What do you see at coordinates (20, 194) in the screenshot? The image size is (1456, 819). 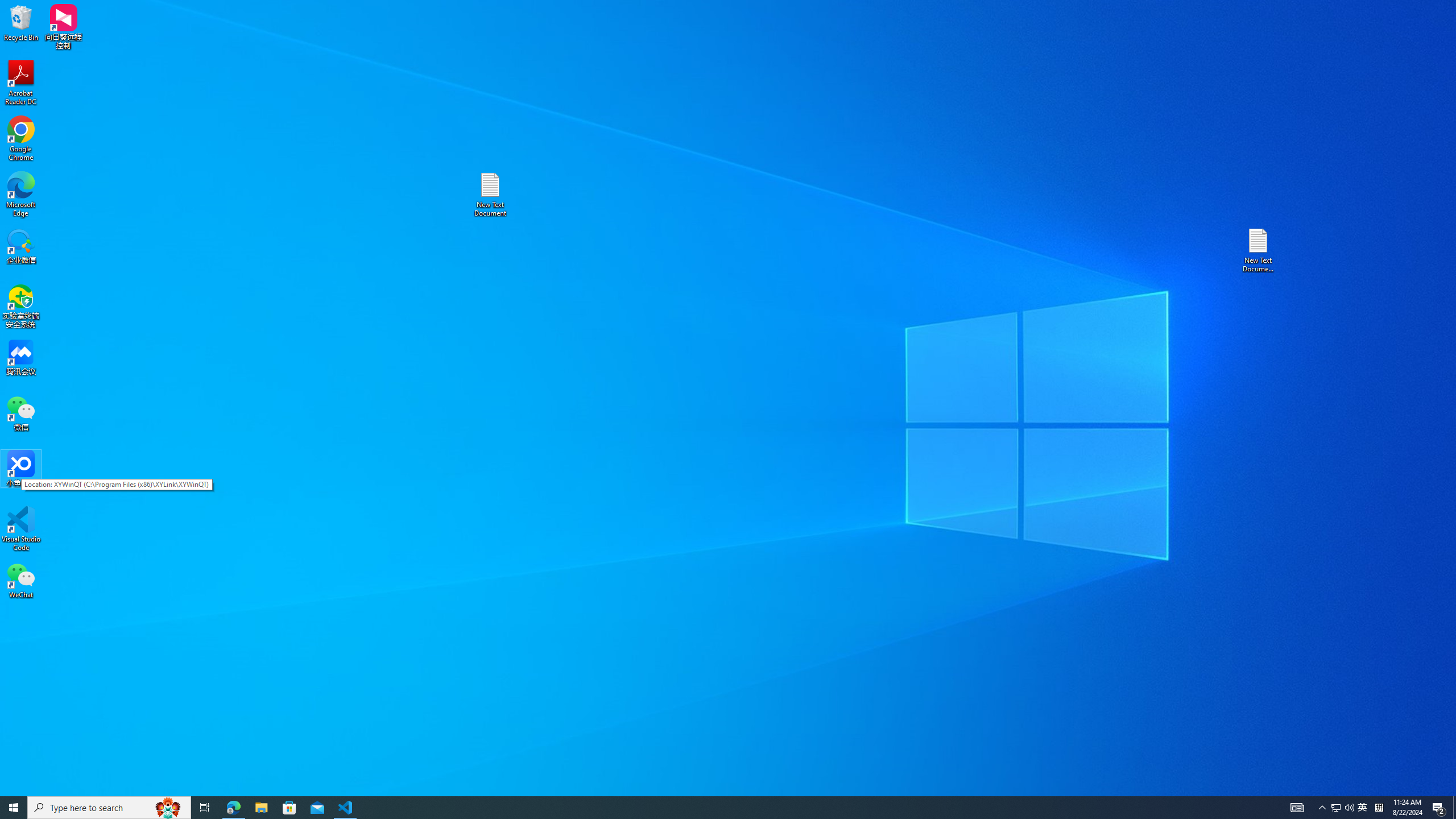 I see `'Microsoft Edge'` at bounding box center [20, 194].